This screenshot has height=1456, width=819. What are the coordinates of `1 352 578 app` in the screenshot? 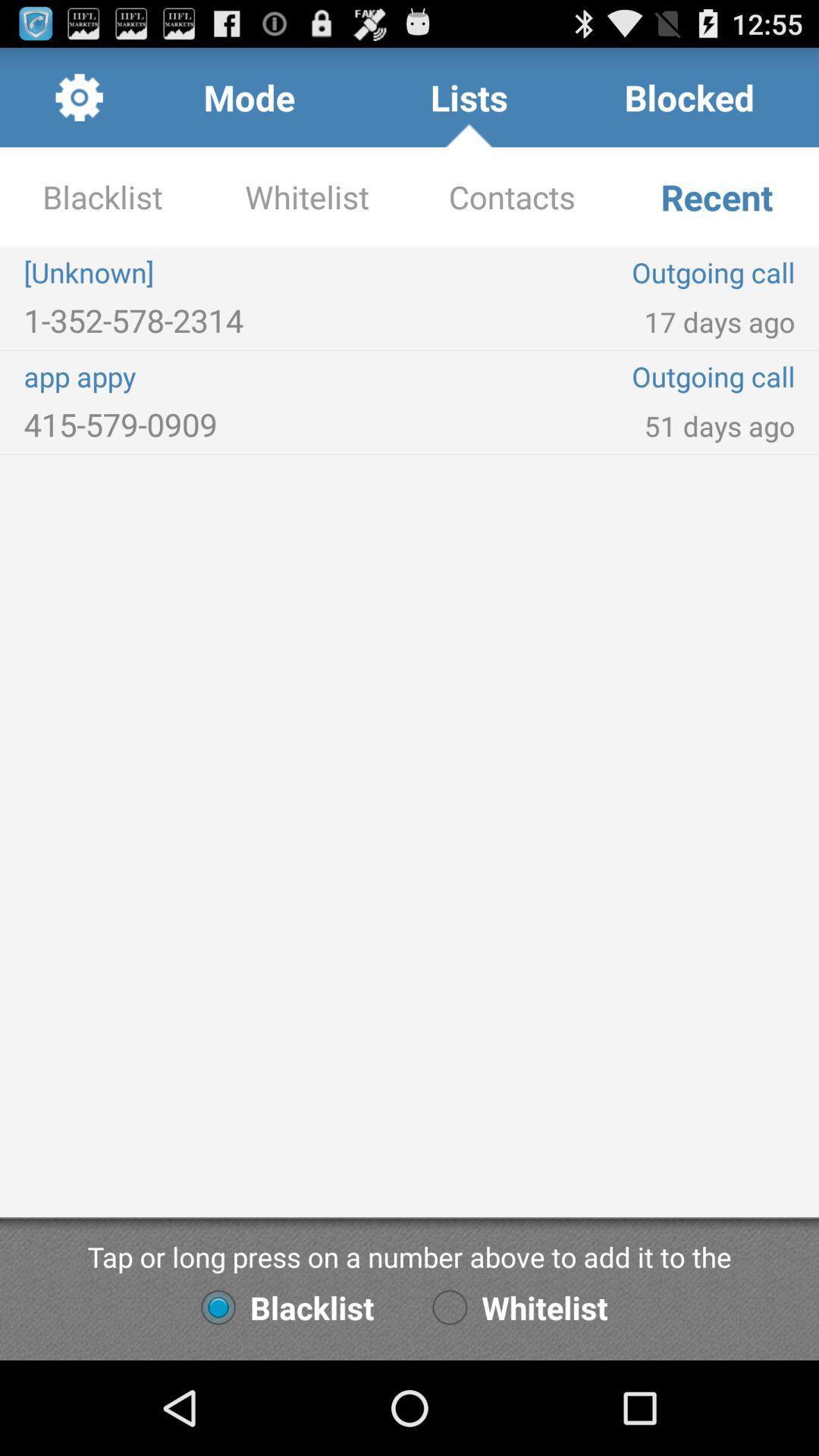 It's located at (216, 319).